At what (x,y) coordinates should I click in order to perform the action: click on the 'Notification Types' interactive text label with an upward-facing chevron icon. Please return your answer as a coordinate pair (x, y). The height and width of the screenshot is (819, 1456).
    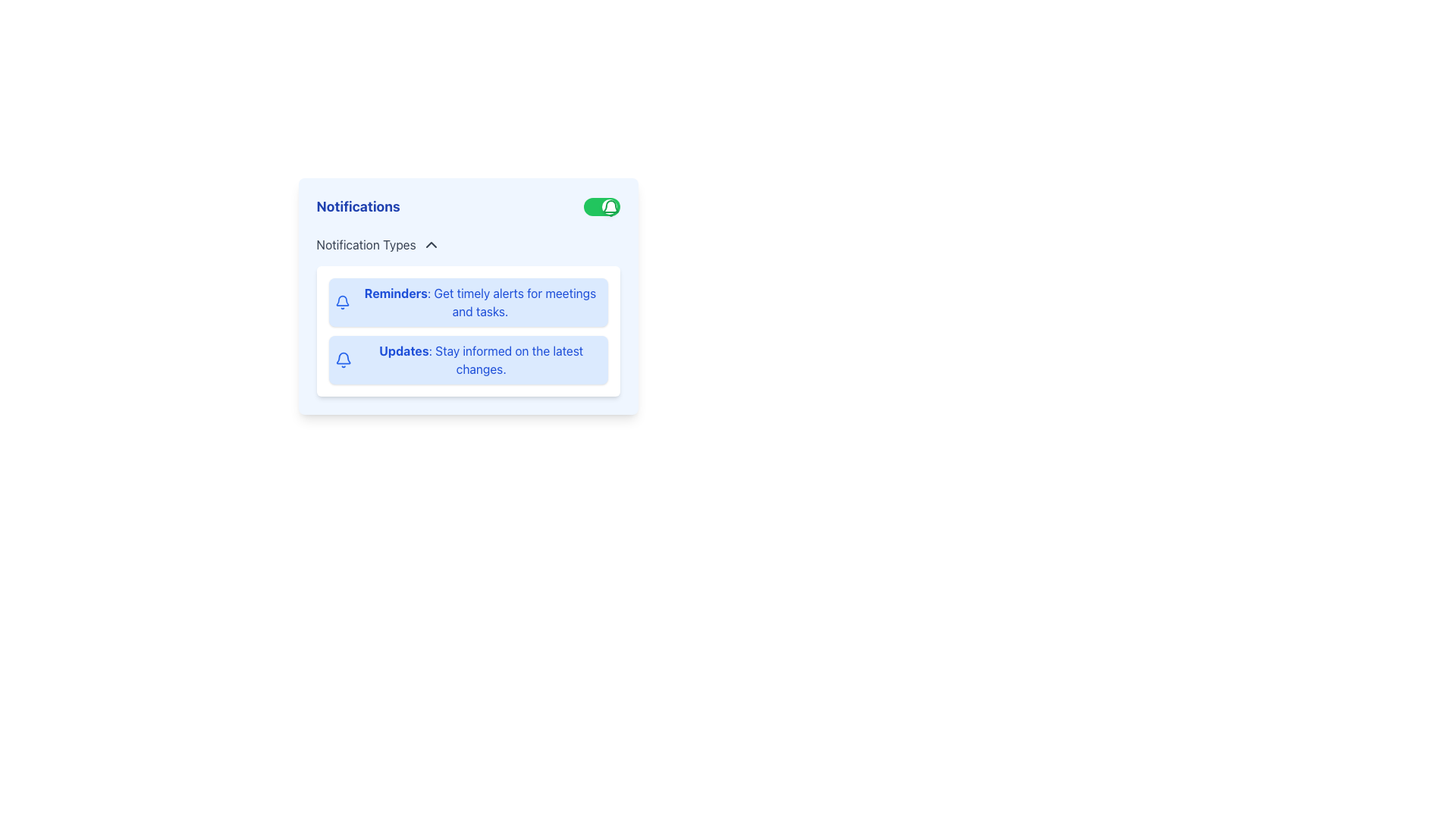
    Looking at the image, I should click on (378, 244).